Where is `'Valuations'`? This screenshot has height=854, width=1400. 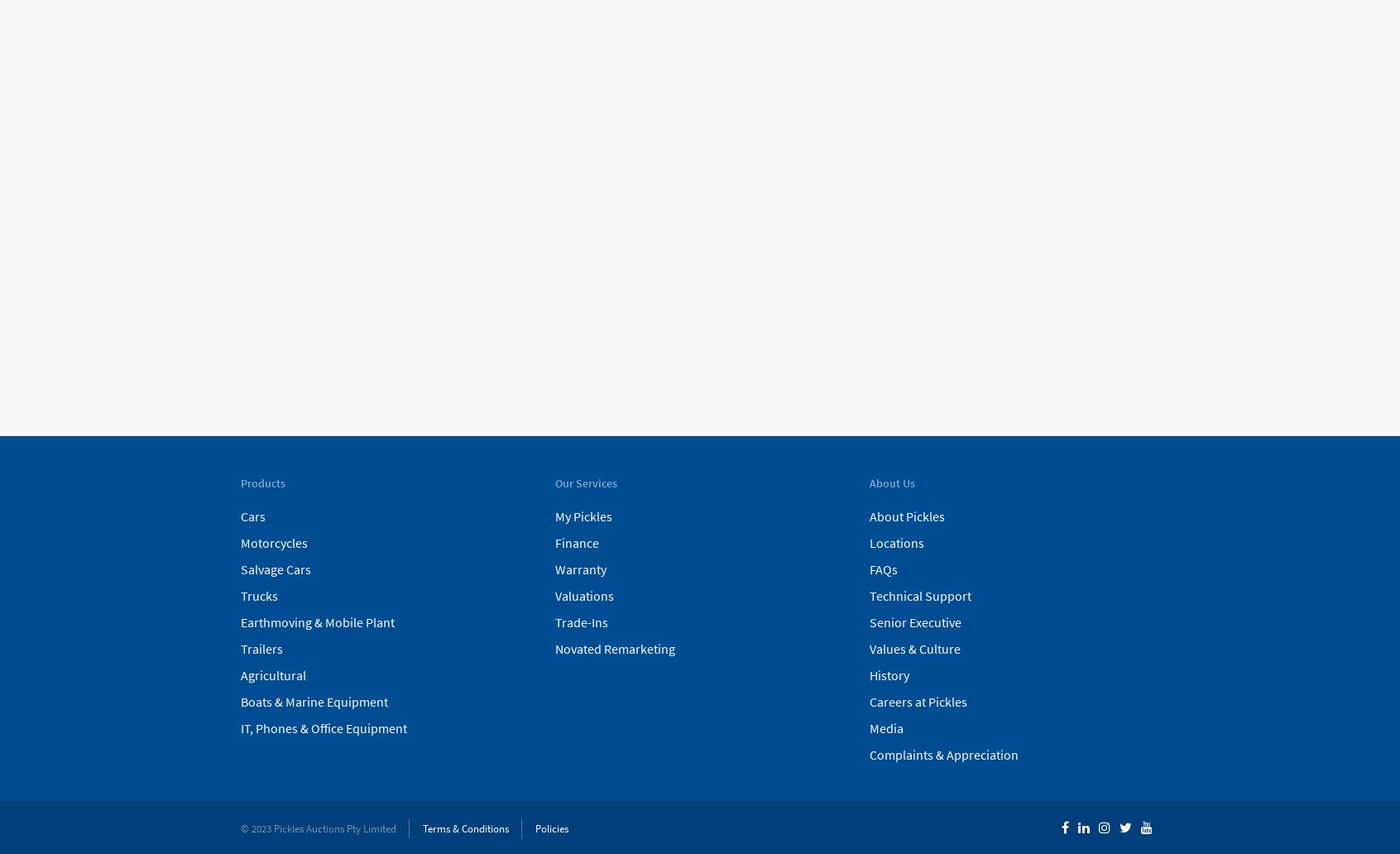 'Valuations' is located at coordinates (554, 593).